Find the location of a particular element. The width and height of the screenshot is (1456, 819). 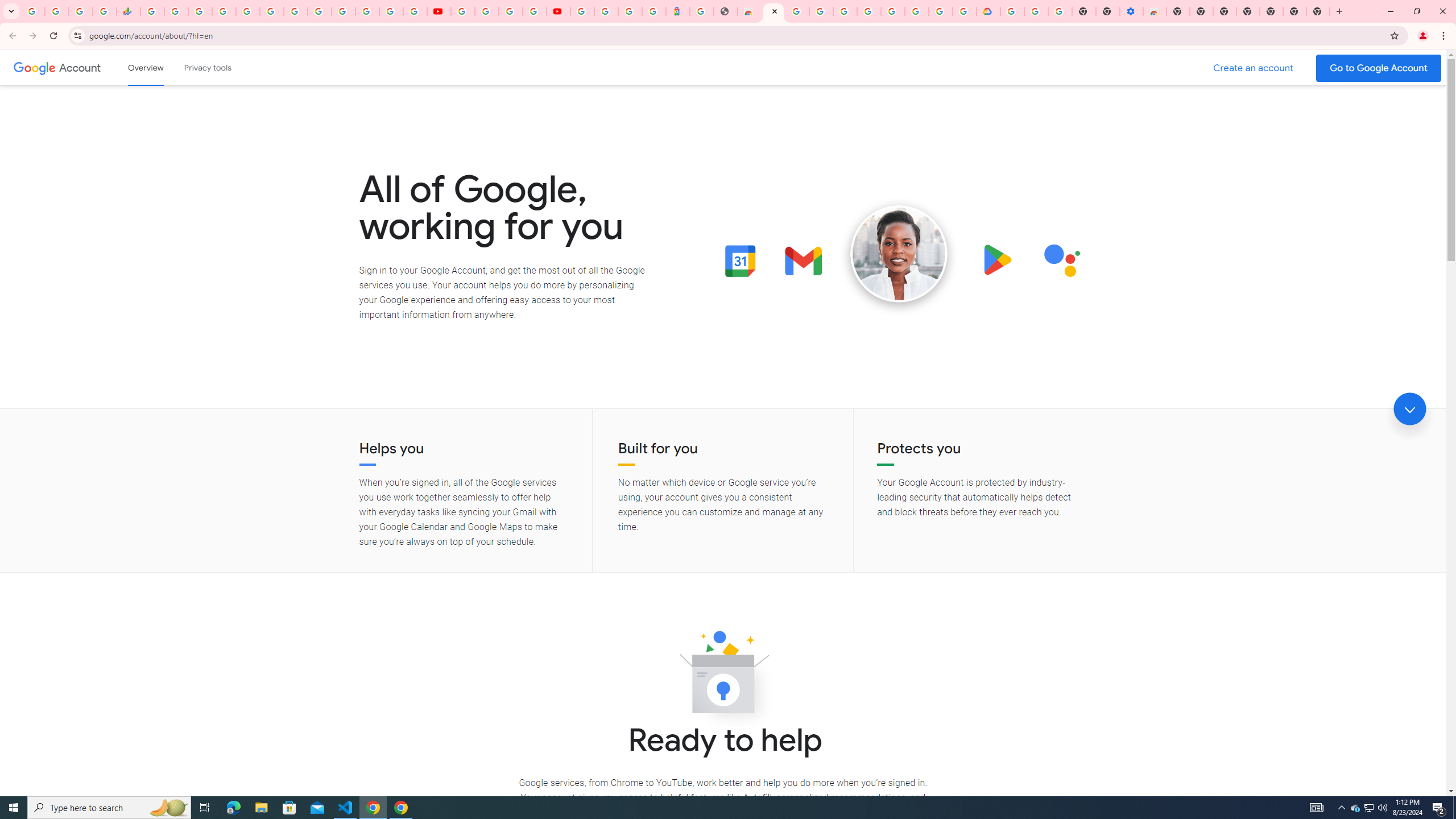

'Android TV Policies and Guidelines - Transparency Center' is located at coordinates (295, 11).